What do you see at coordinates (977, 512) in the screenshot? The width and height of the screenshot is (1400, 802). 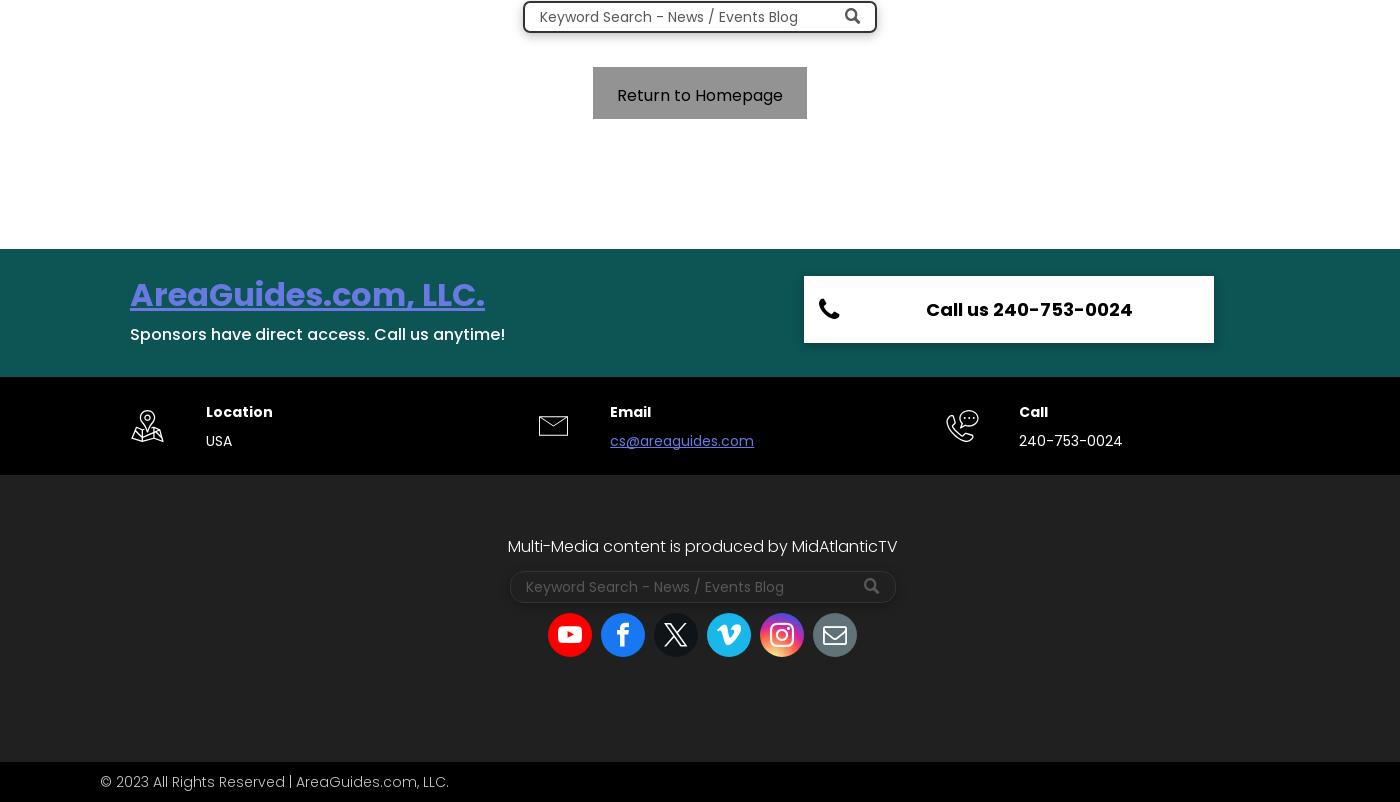 I see `'European Sport Garage, Inc.'` at bounding box center [977, 512].